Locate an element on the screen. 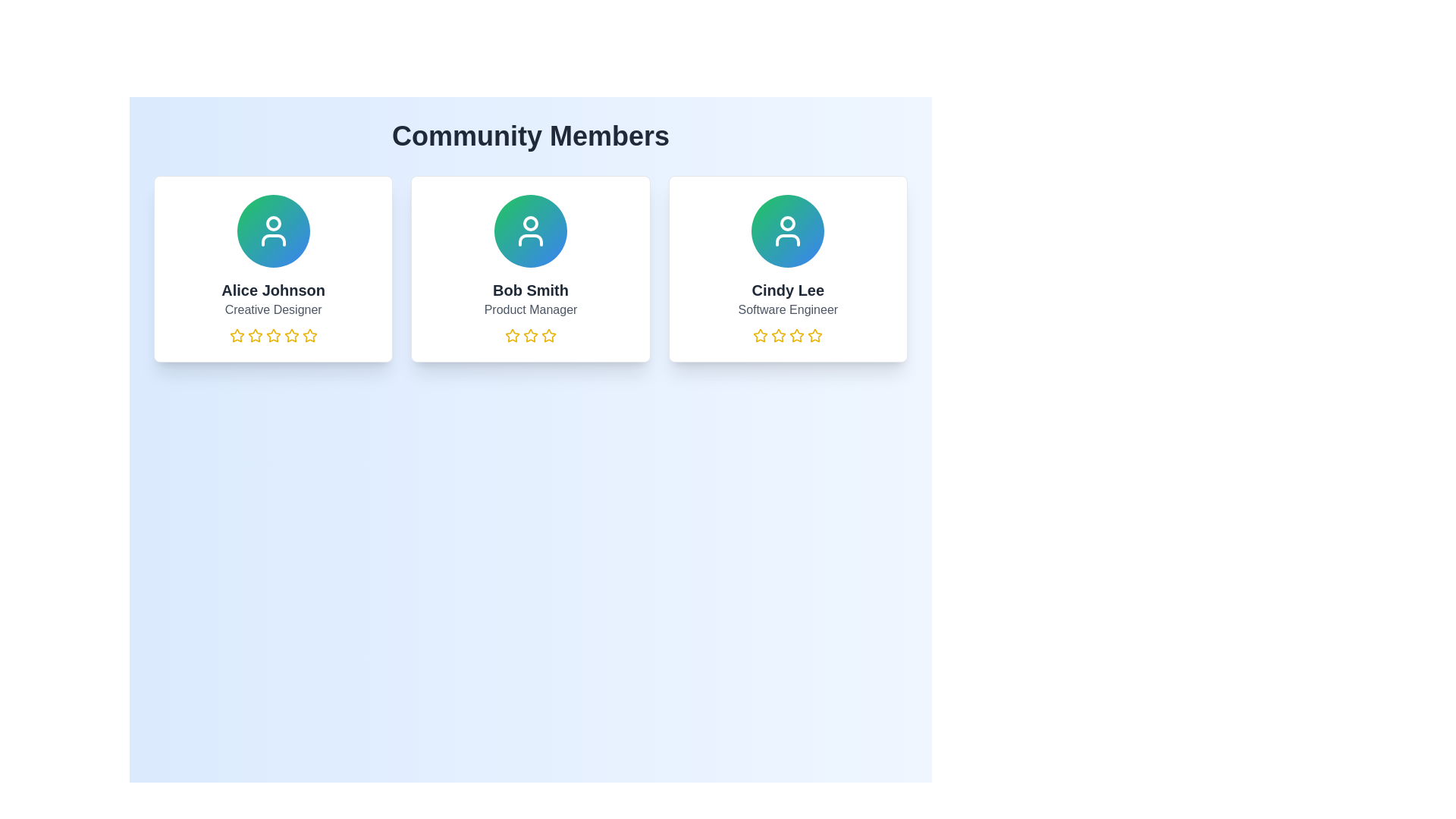  the text display that shows the name and professional title of the individual 'Bob Smith', which is centrally located in the card, positioned below the profile image and above the row of star icons is located at coordinates (531, 311).